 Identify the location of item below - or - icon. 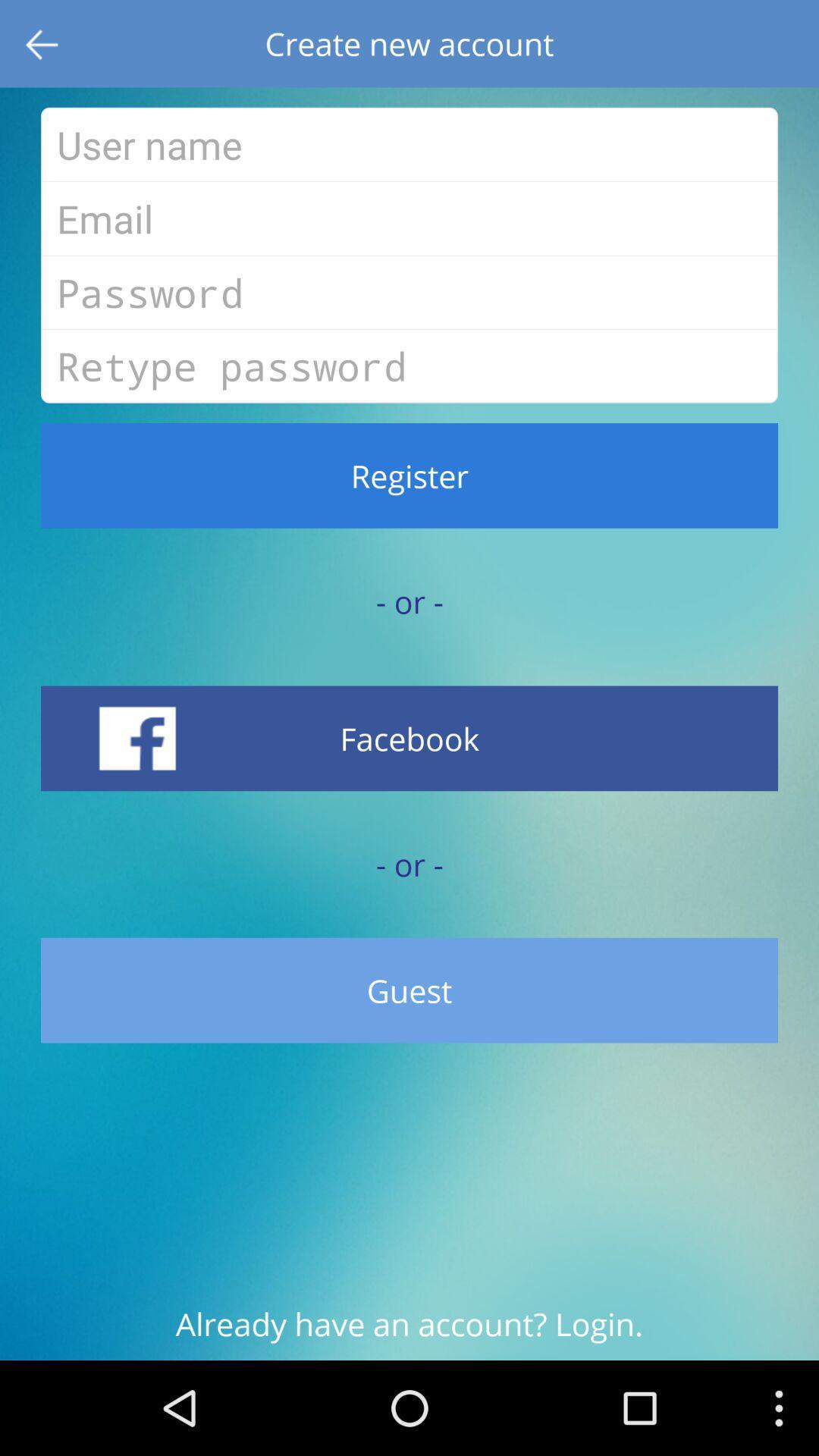
(409, 990).